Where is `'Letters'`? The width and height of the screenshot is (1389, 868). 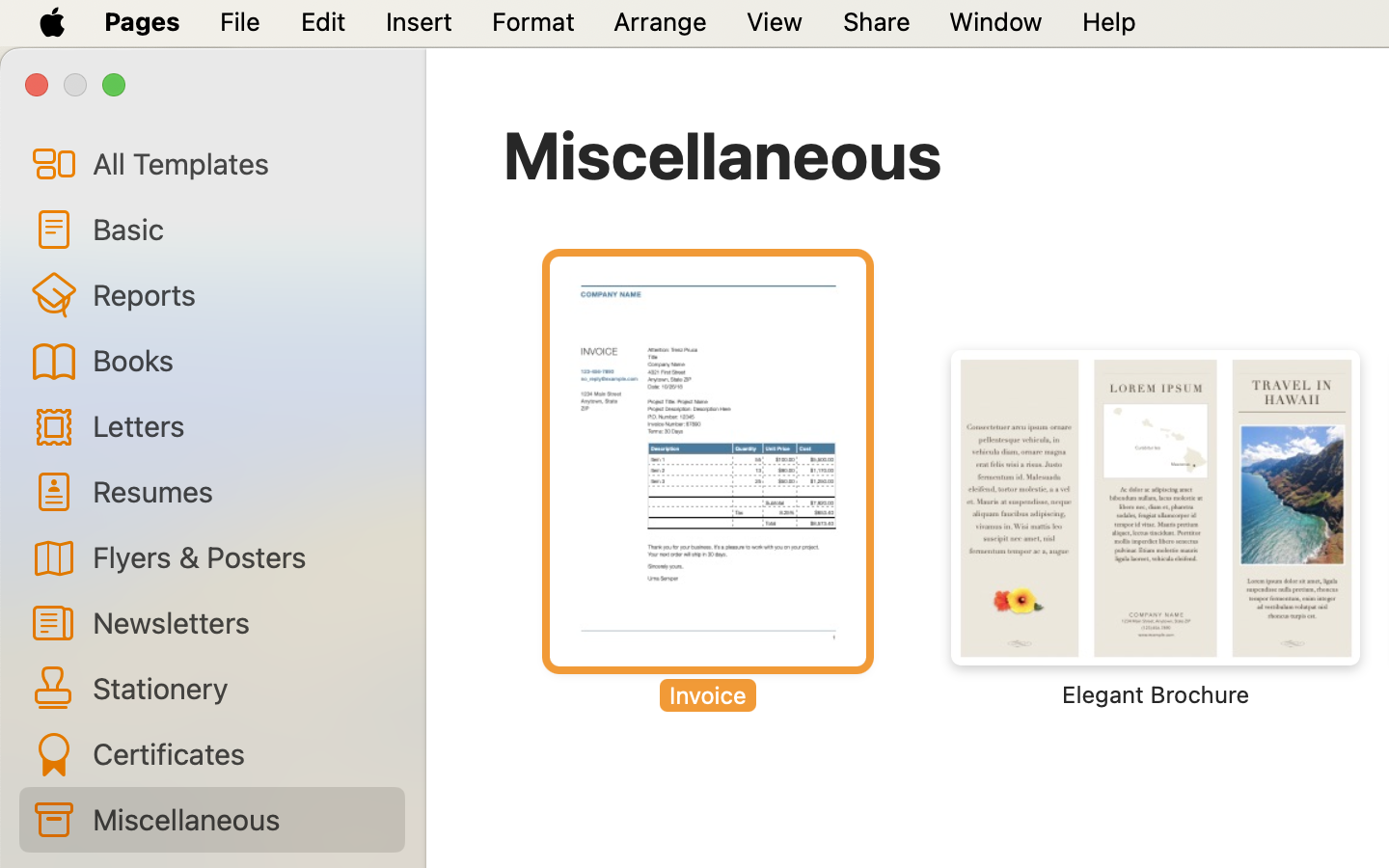
'Letters' is located at coordinates (239, 425).